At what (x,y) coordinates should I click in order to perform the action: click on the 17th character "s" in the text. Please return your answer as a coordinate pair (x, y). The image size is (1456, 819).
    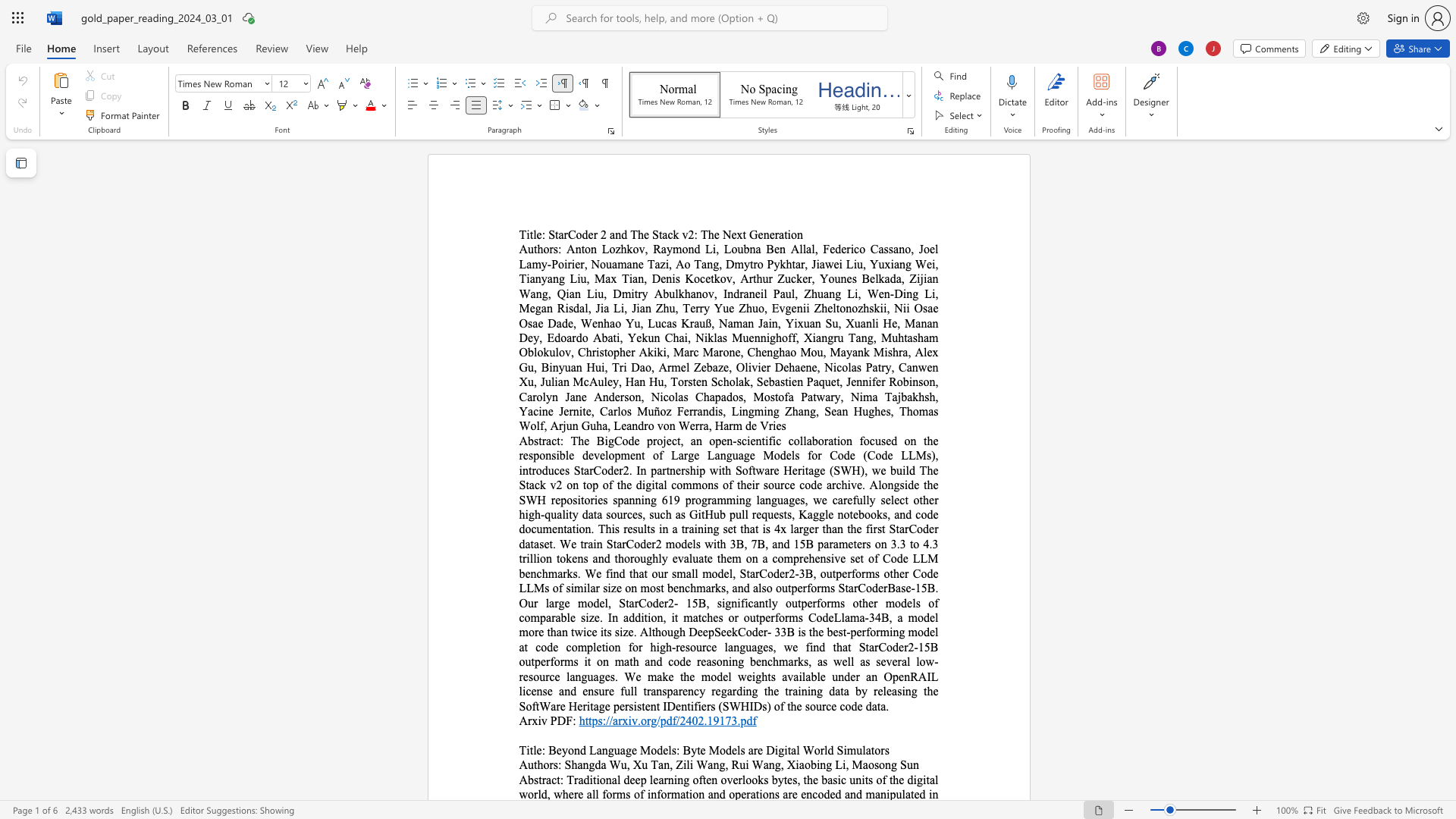
    Looking at the image, I should click on (608, 513).